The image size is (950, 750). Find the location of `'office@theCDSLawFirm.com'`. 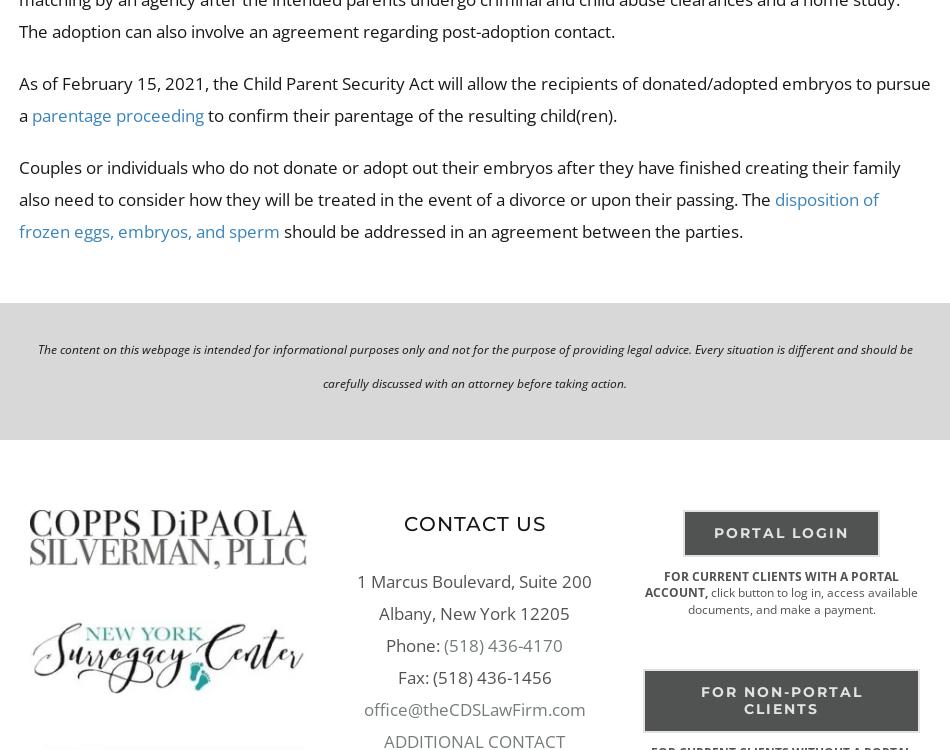

'office@theCDSLawFirm.com' is located at coordinates (472, 707).